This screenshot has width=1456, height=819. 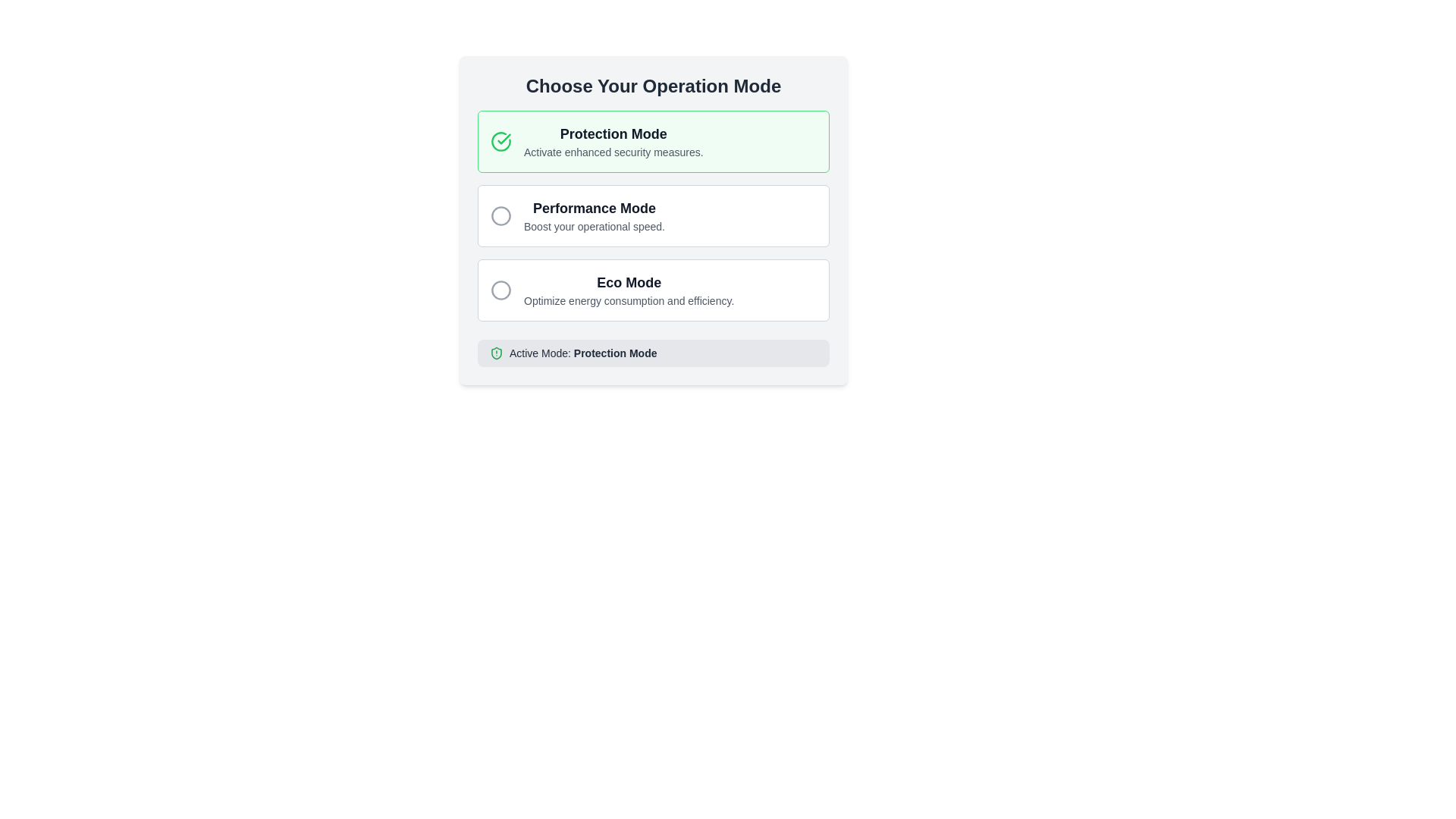 I want to click on information displayed in the text label that says 'Boost your operational speed.' located below the 'Performance Mode' heading, so click(x=593, y=227).